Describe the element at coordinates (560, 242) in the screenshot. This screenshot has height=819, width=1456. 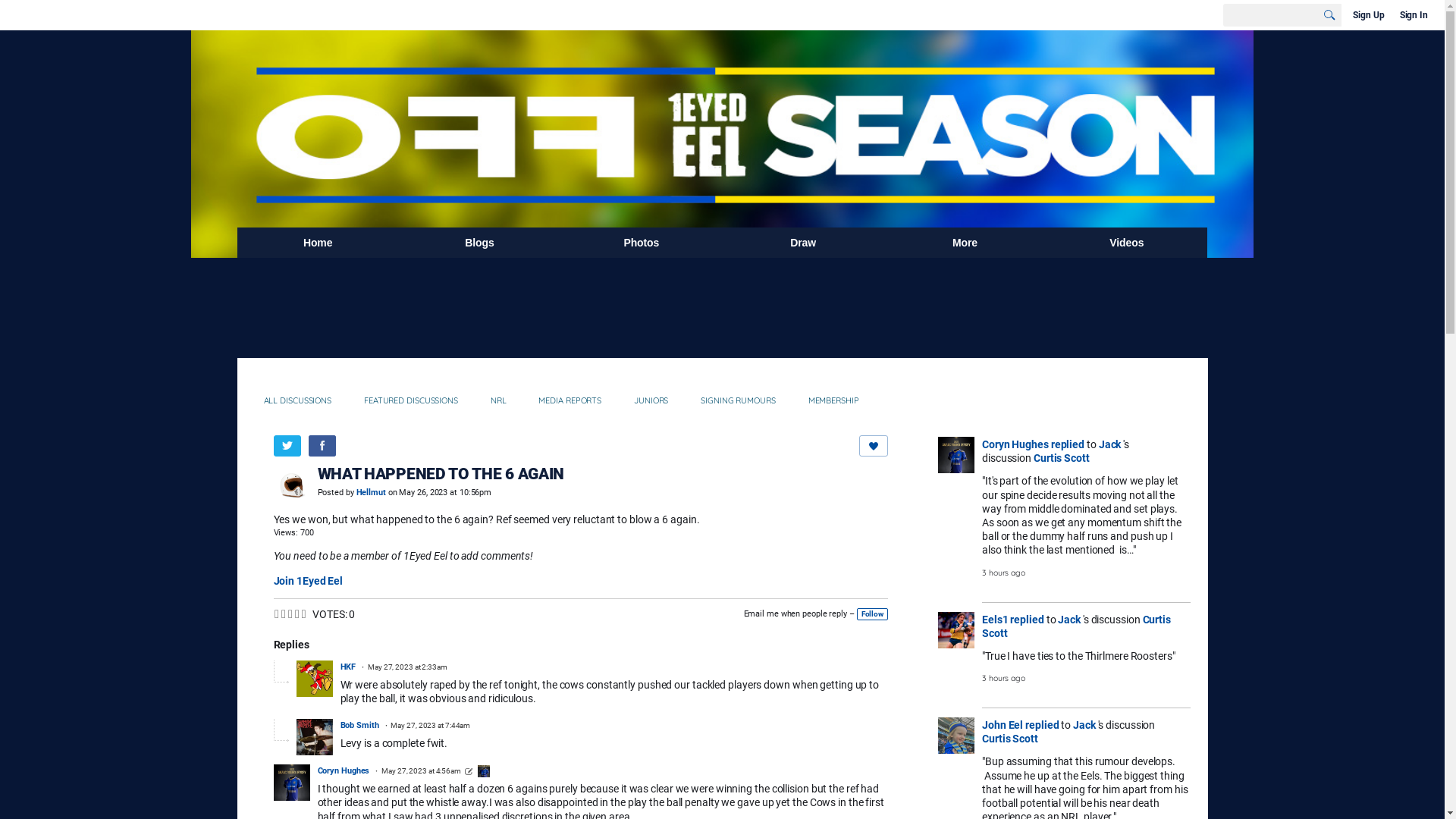
I see `'Photos'` at that location.